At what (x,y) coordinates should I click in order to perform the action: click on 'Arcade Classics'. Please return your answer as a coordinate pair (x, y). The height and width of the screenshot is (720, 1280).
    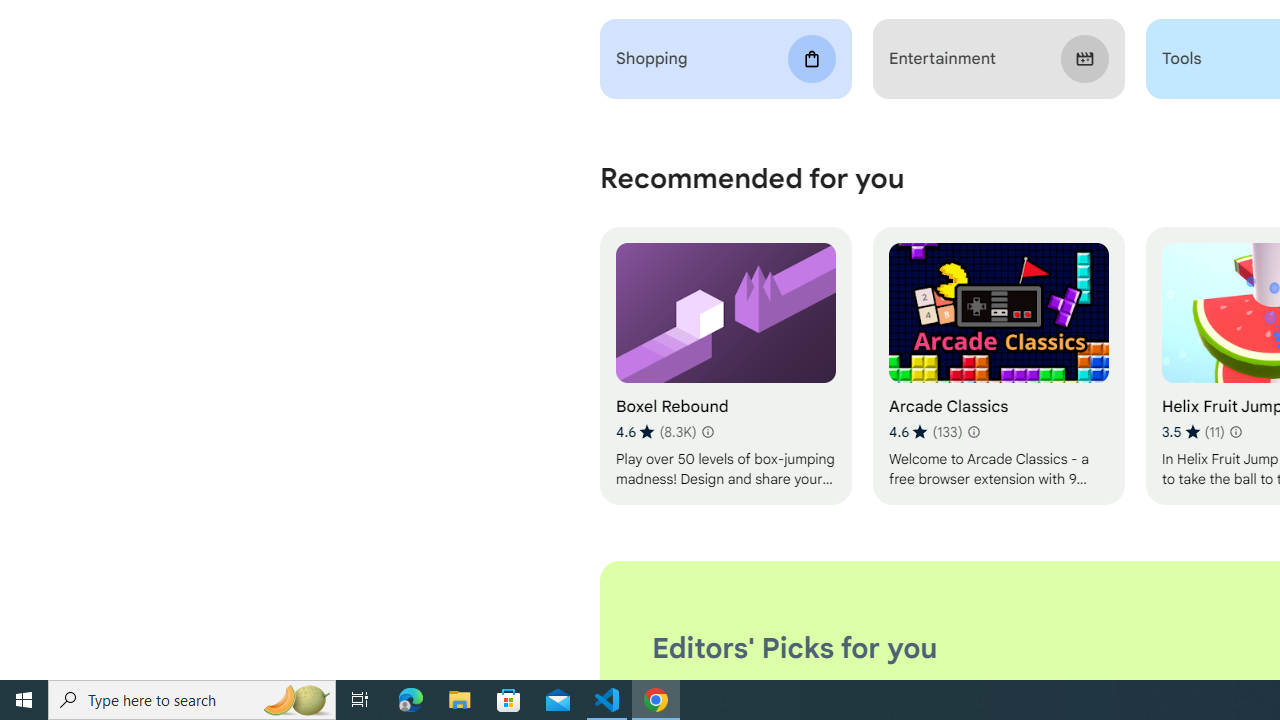
    Looking at the image, I should click on (998, 366).